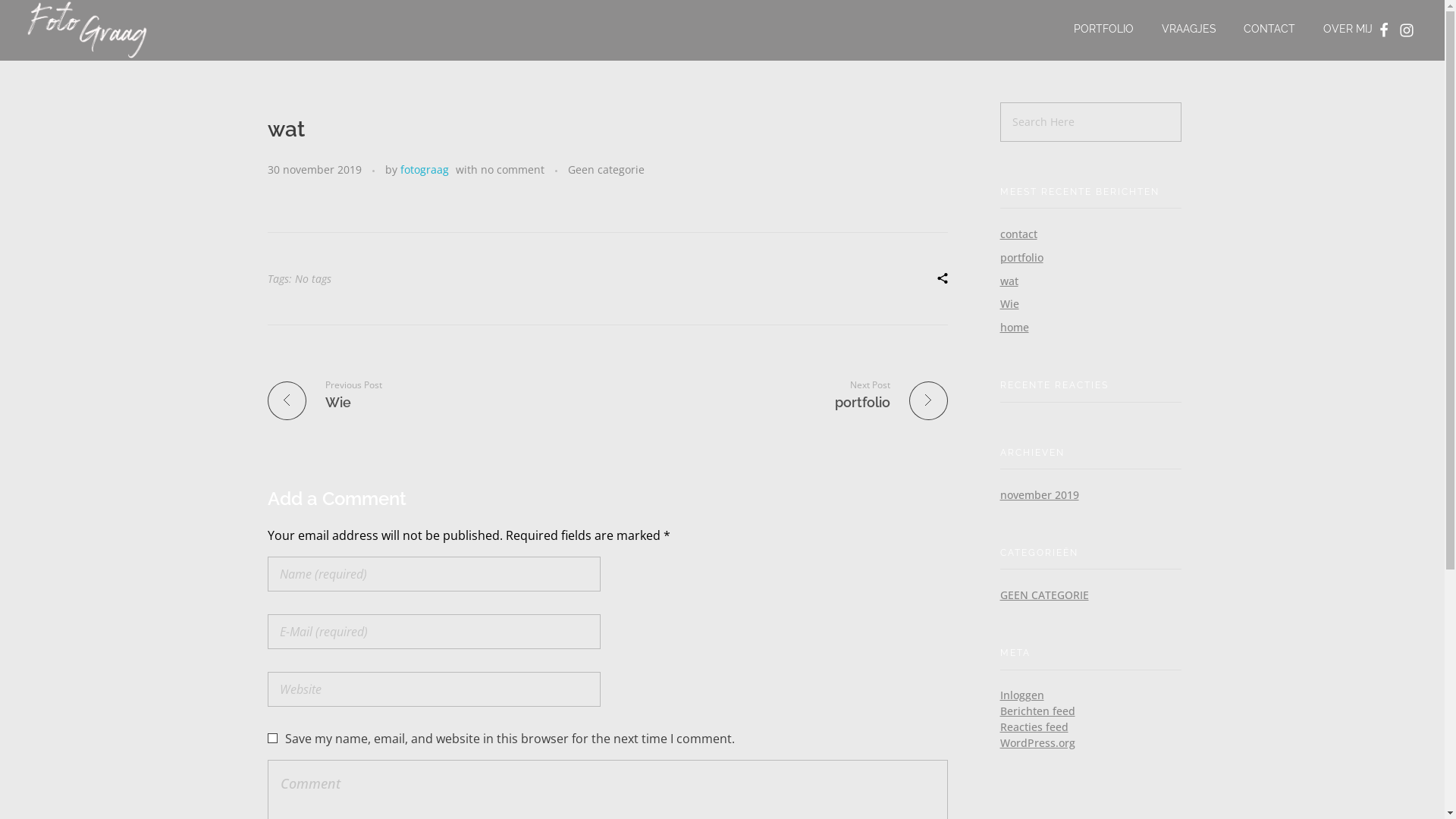  Describe the element at coordinates (425, 169) in the screenshot. I see `'fotograag'` at that location.